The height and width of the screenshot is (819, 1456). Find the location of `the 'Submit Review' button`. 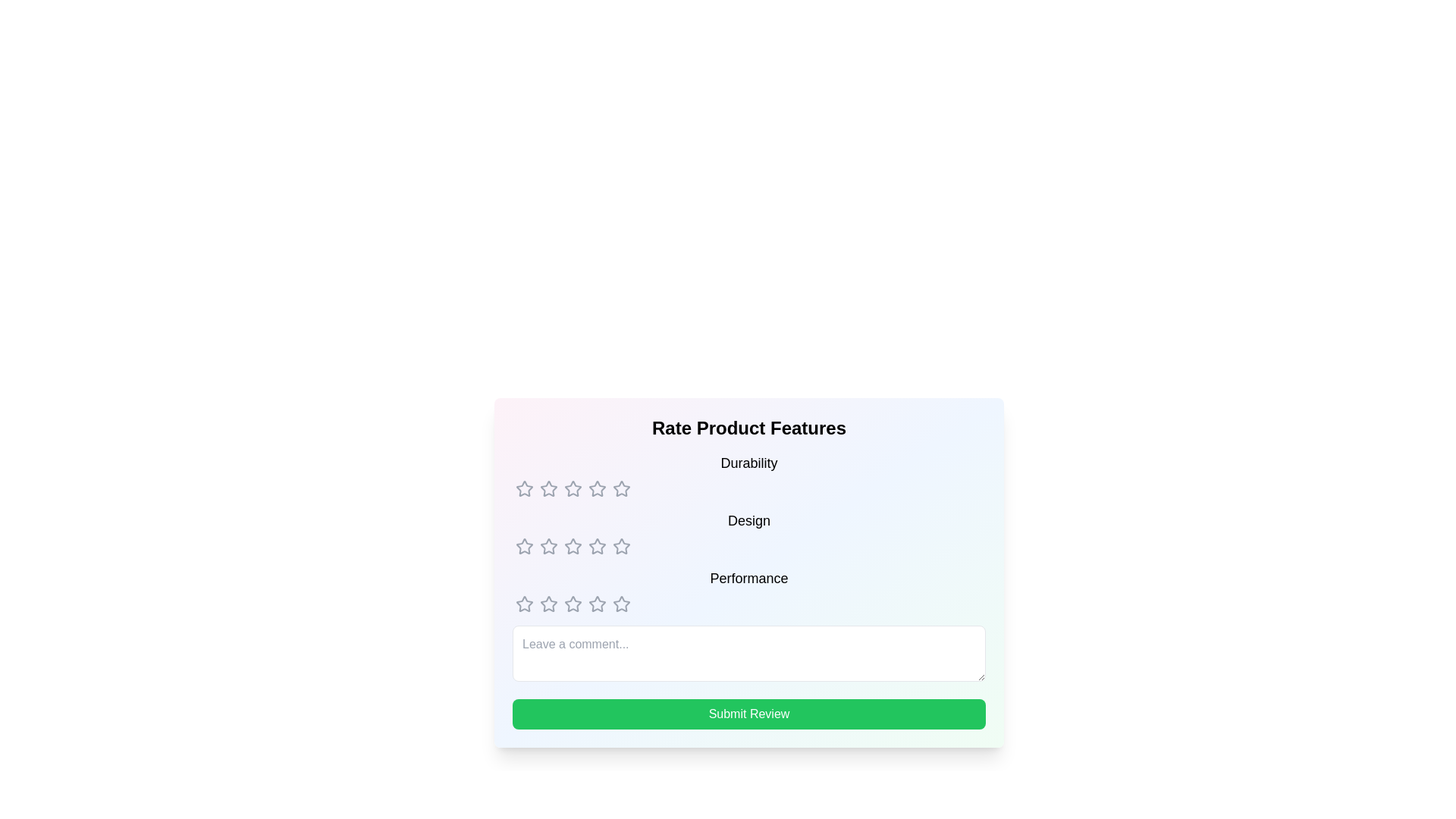

the 'Submit Review' button is located at coordinates (749, 714).